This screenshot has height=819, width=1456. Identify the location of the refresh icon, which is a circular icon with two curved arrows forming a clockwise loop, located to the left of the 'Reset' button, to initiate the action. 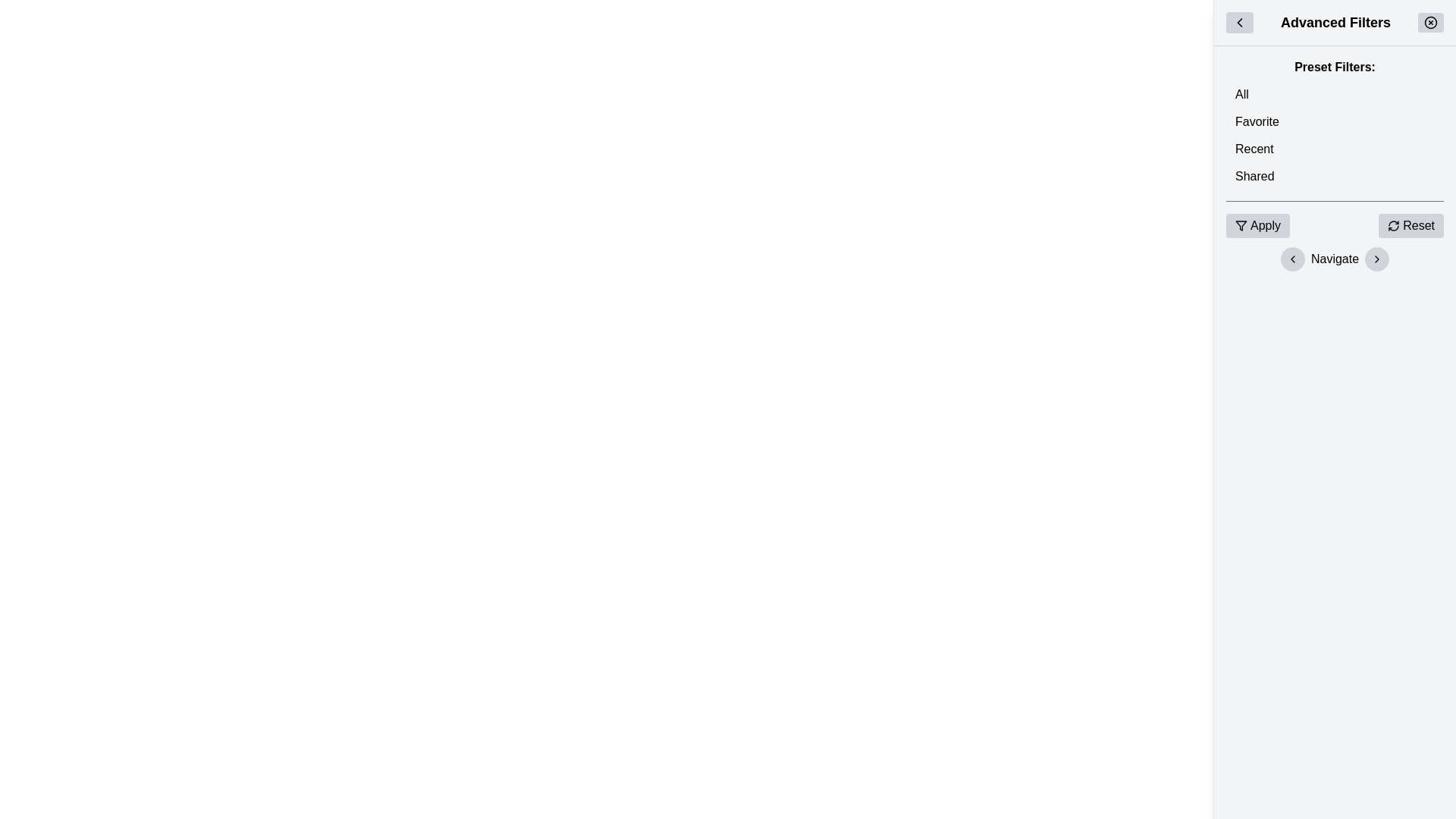
(1394, 225).